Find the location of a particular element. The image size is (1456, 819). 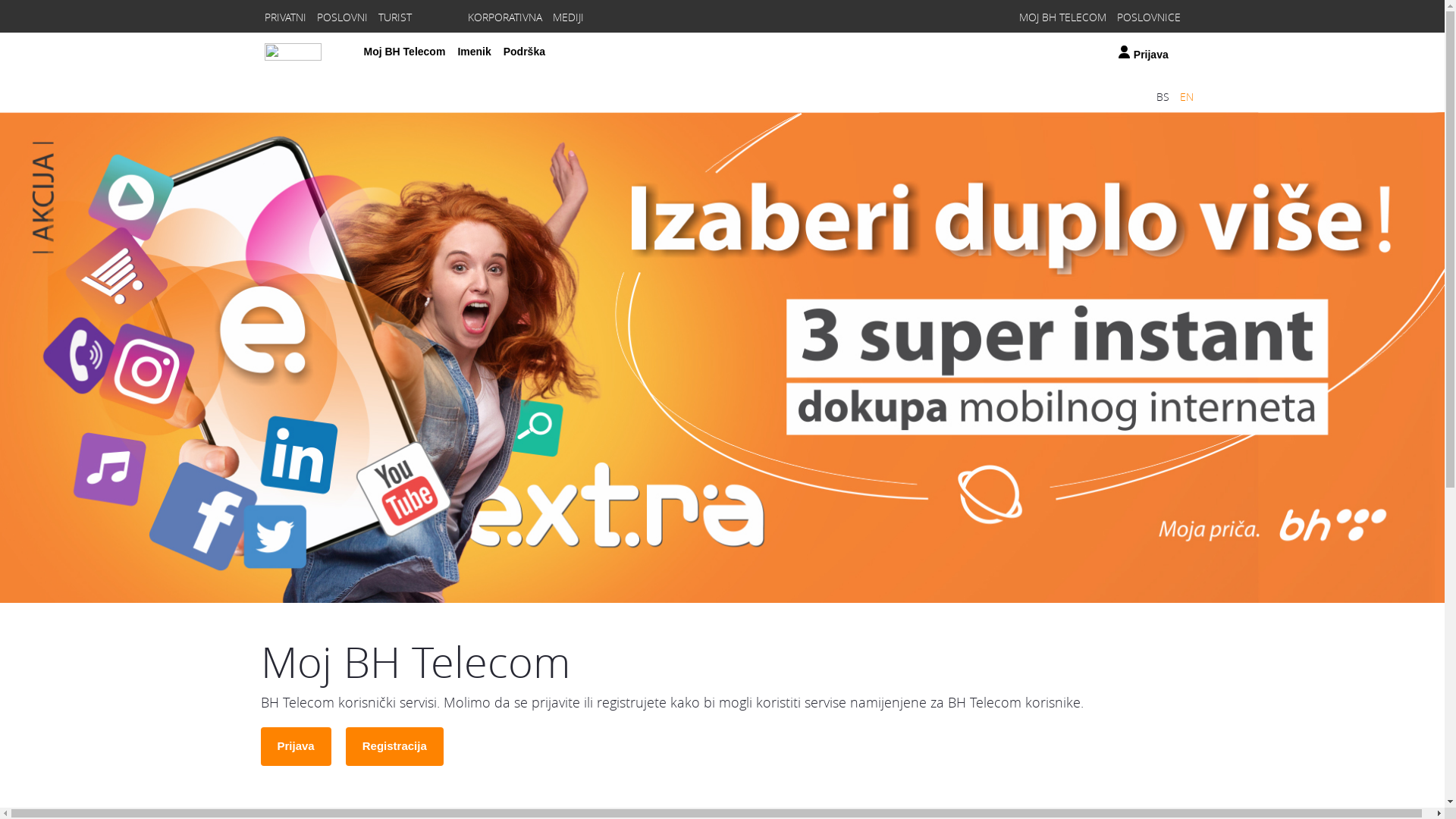

'TURIST' is located at coordinates (394, 17).